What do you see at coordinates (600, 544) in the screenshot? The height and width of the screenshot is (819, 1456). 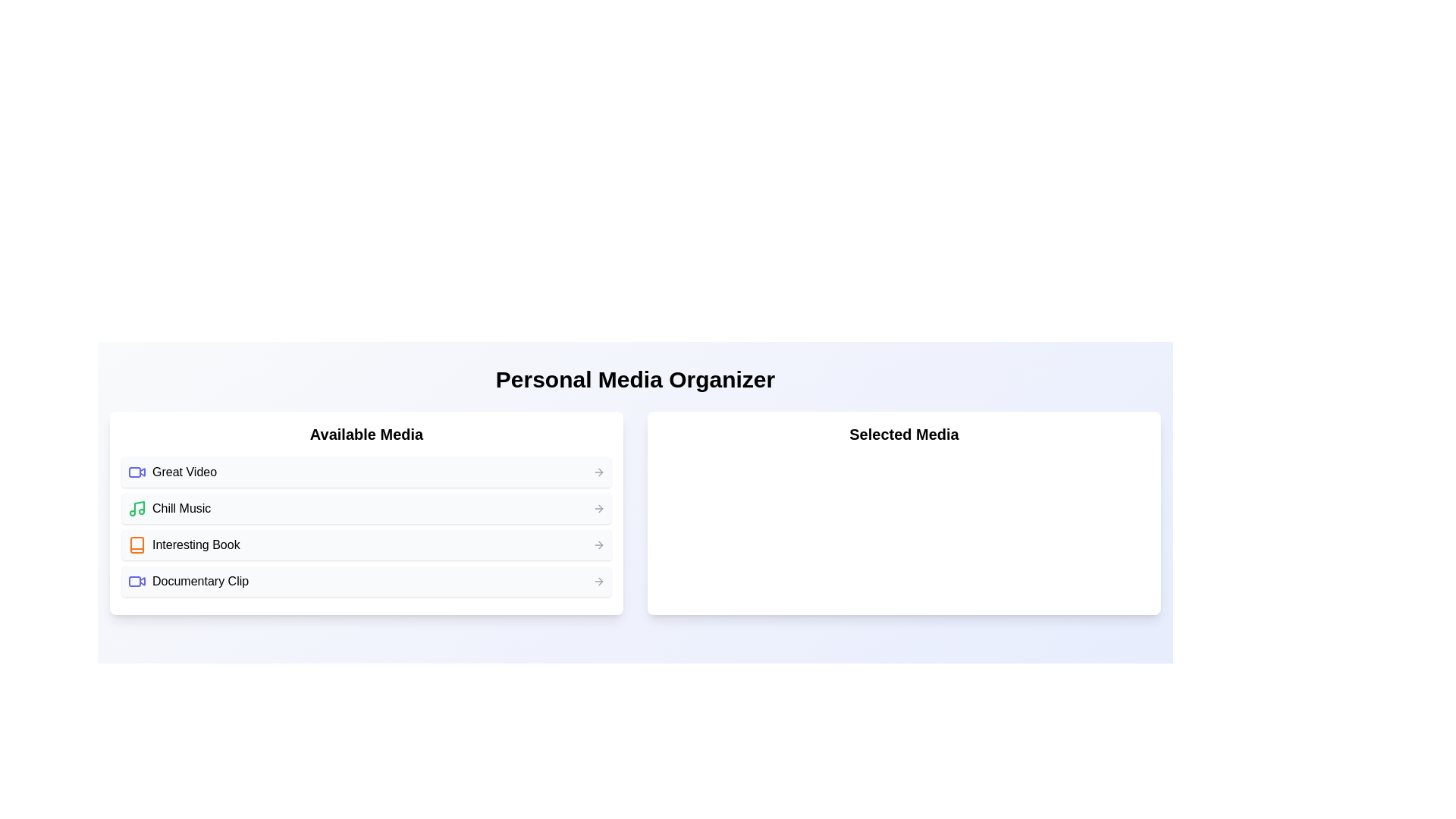 I see `the right-pointing arrow icon located on the right-hand side of the 'Interesting Book' interactive row in the 'Available Media' section` at bounding box center [600, 544].